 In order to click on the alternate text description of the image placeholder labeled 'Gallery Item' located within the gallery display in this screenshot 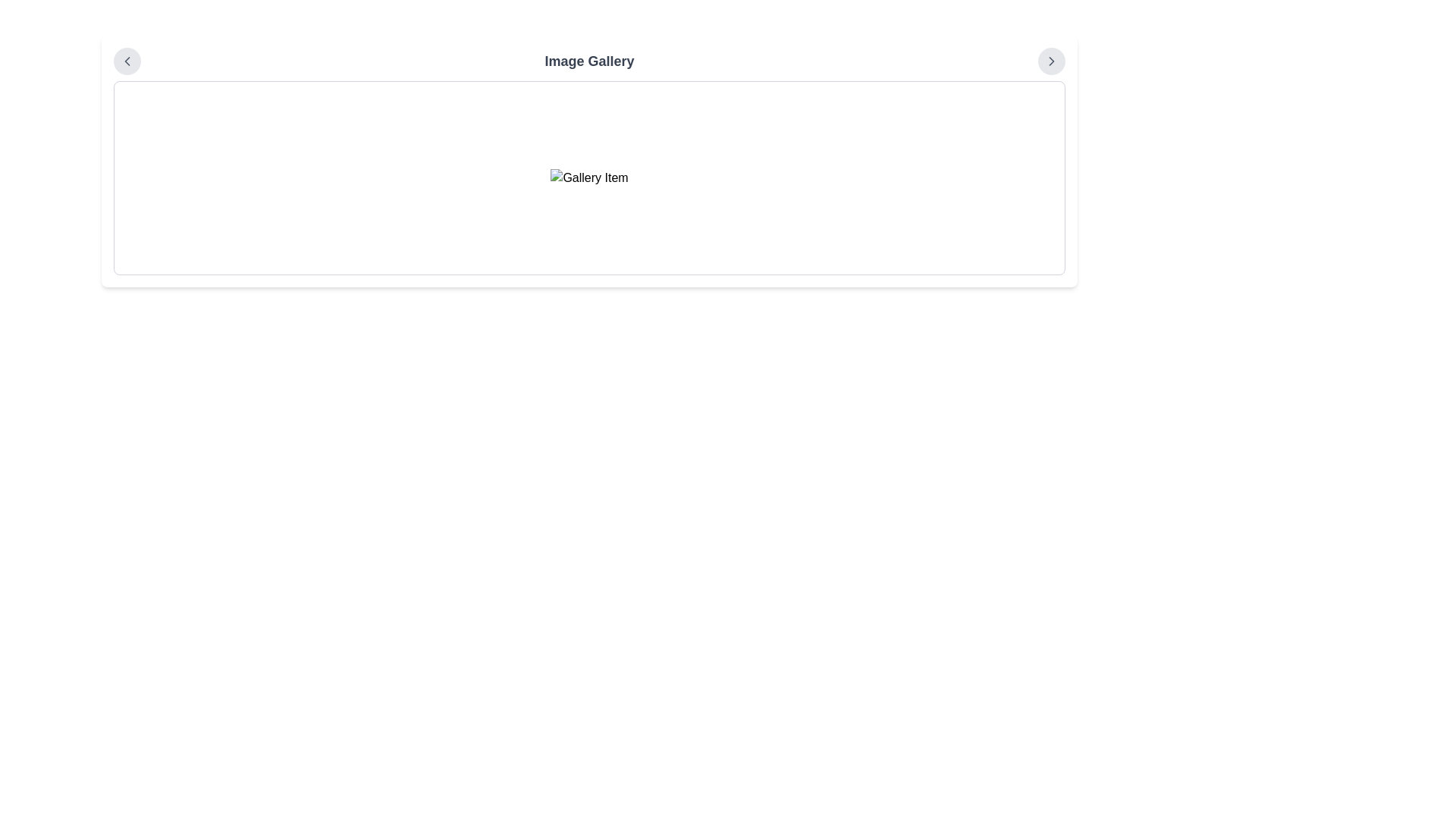, I will do `click(588, 177)`.